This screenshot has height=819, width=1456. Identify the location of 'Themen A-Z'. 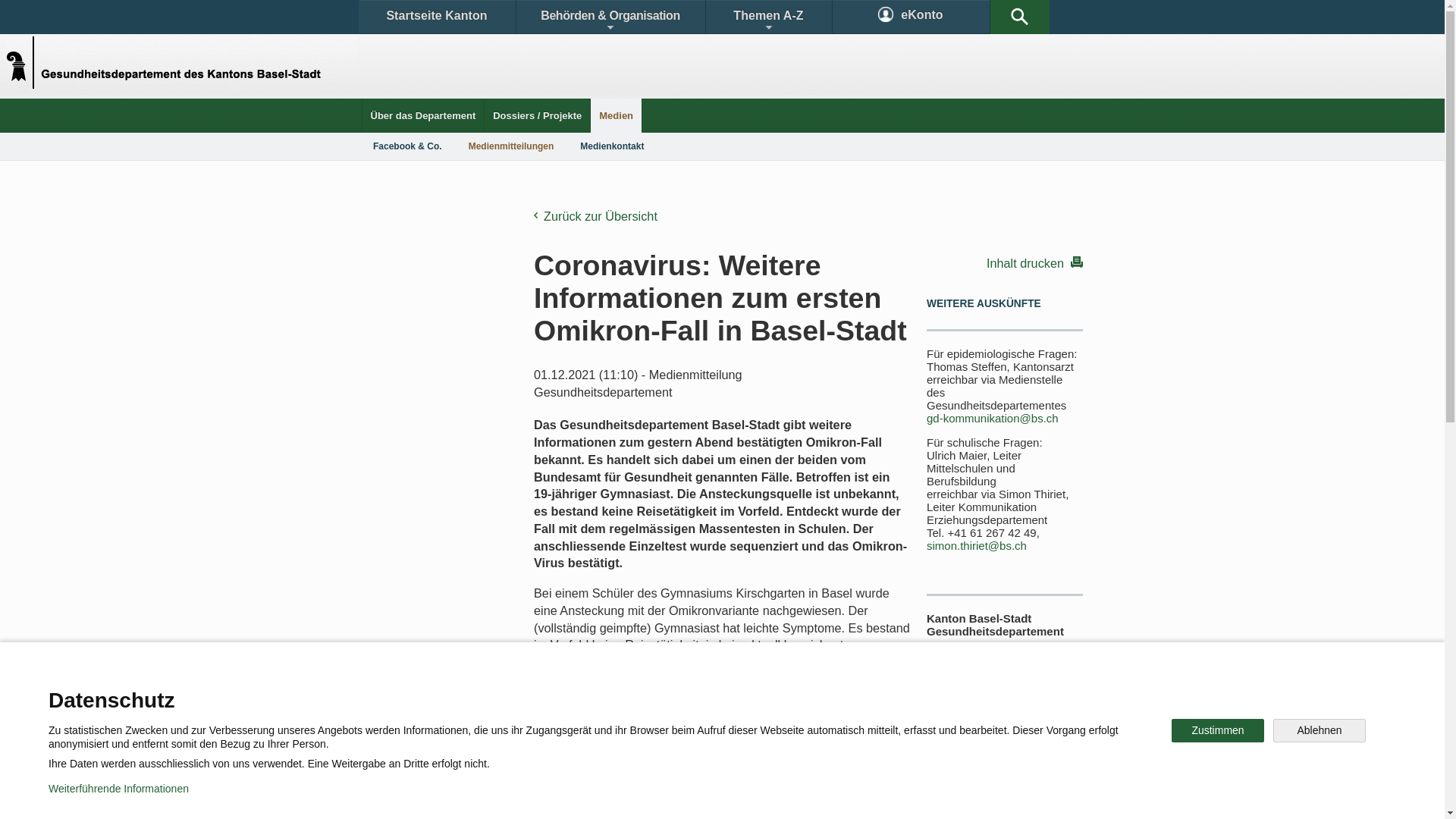
(767, 17).